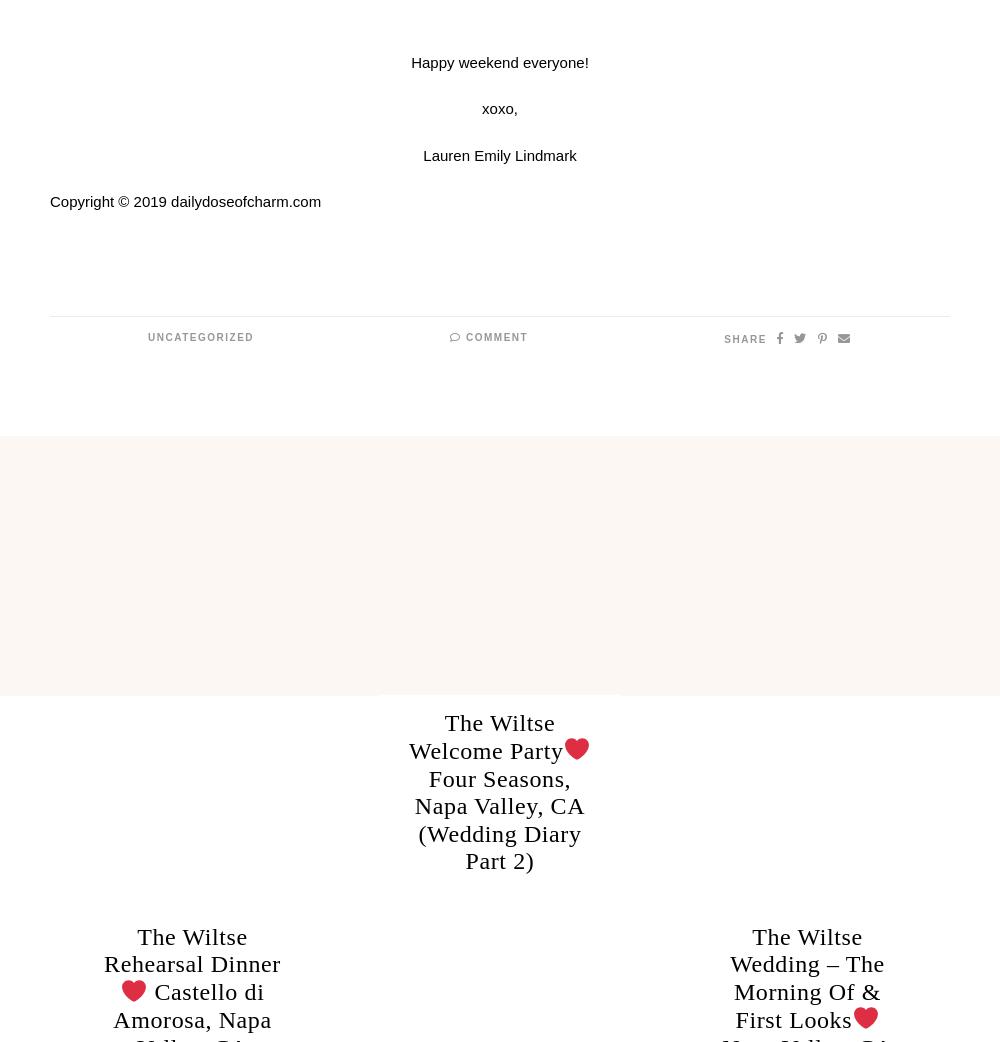  I want to click on 'Lauren Emily Lindmark', so click(423, 154).